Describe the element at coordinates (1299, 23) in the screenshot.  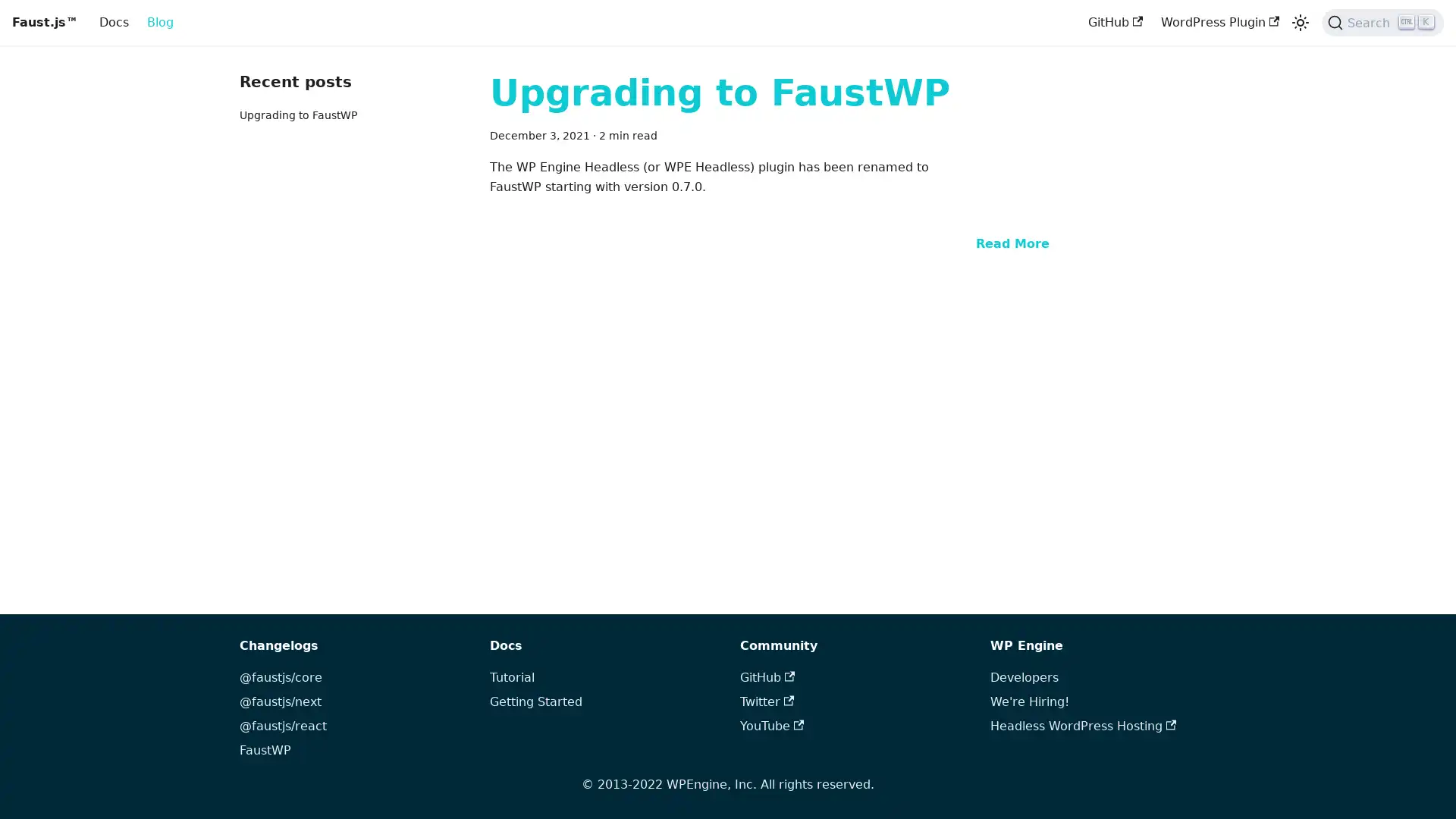
I see `Switch between dark and light mode (currently light mode)` at that location.